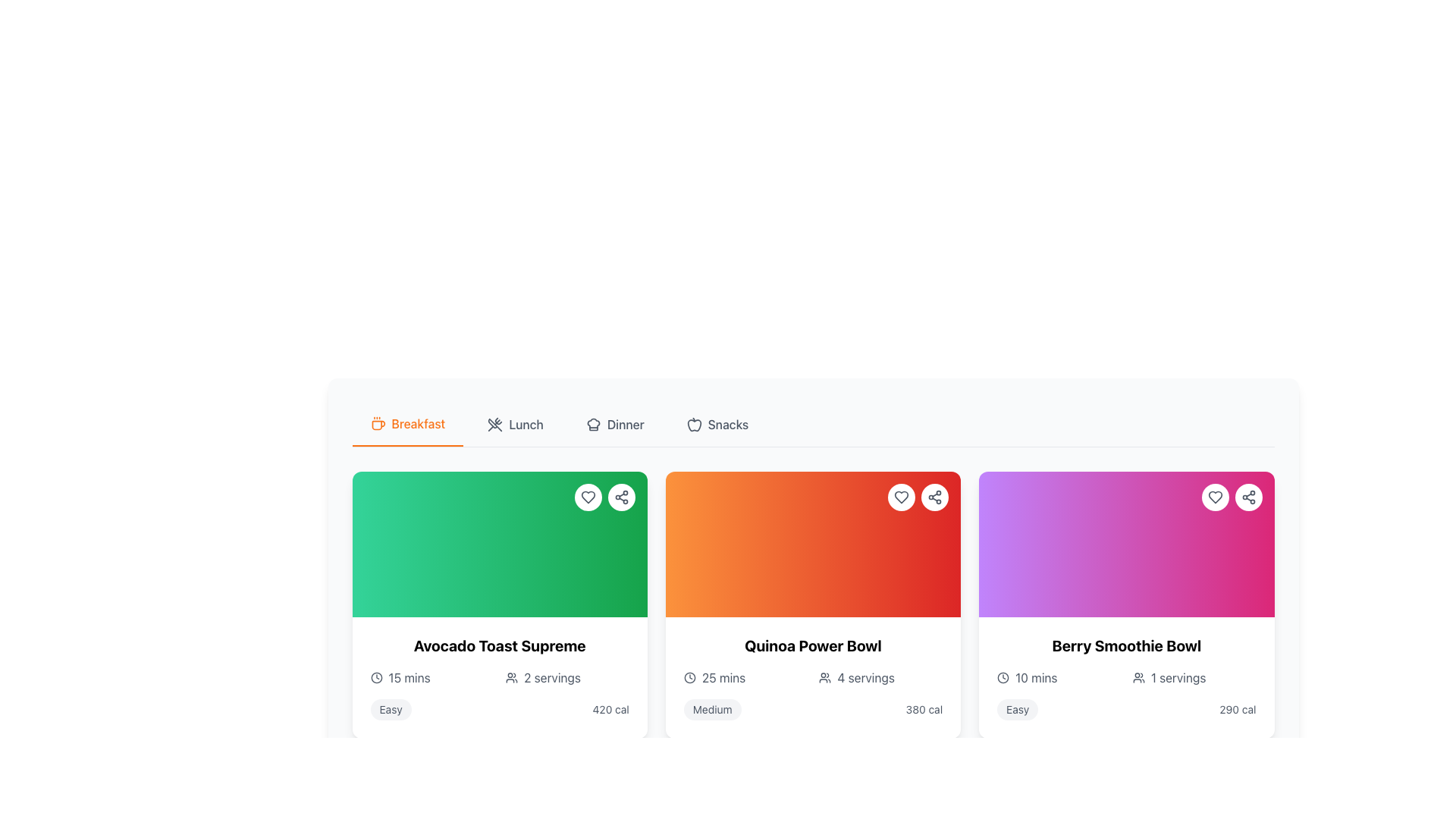  Describe the element at coordinates (500, 646) in the screenshot. I see `the TextDisplay element, which serves as the title for the recipe card, positioned at the top of the group containing cooking time, servings, and calorie information` at that location.